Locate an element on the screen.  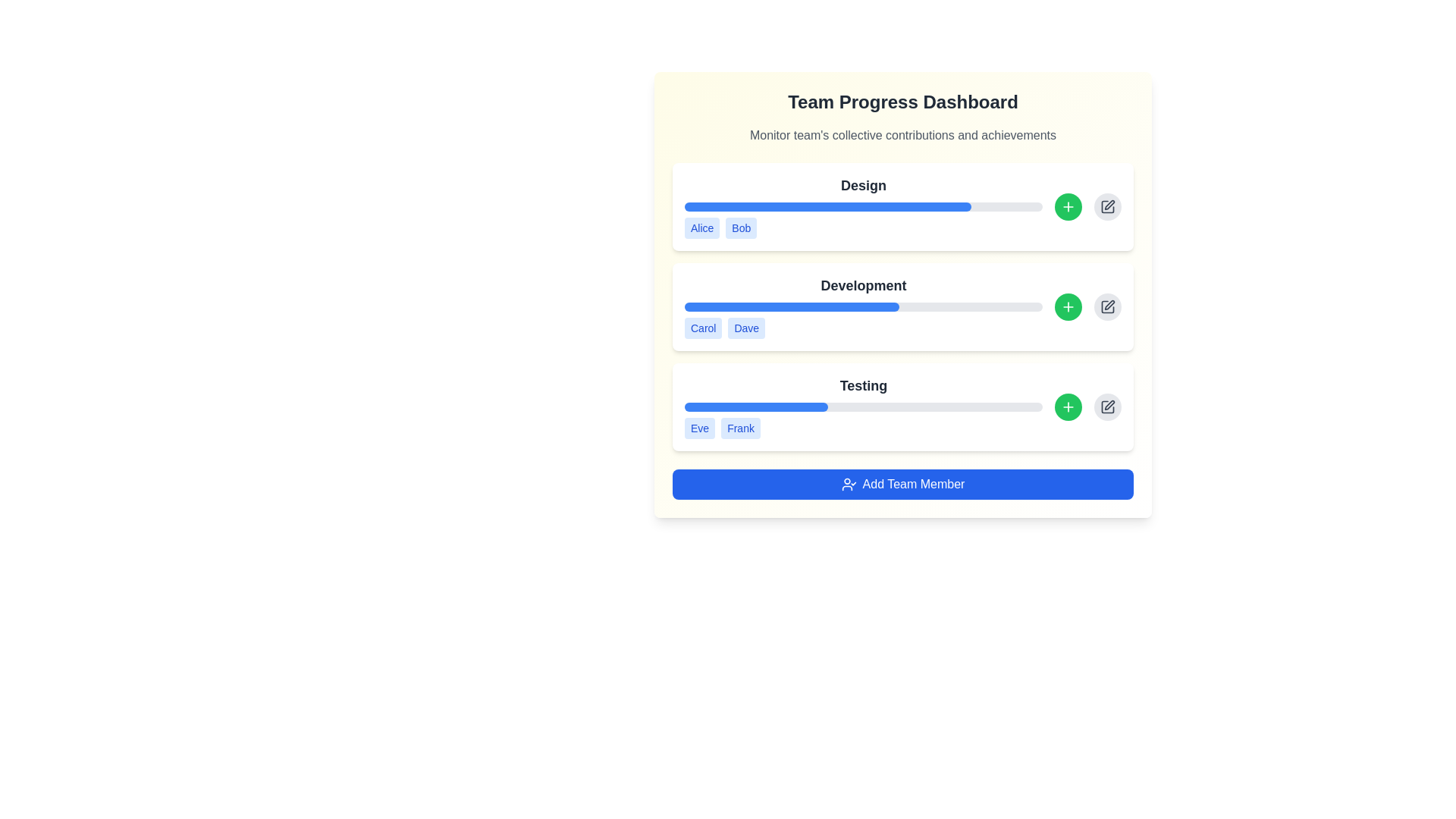
the rounded rectangular badge with a blue background and bold text reading 'Carol', located in the 'Development' section of the dashboard, to the left of the badge labeled 'Dave' is located at coordinates (702, 327).